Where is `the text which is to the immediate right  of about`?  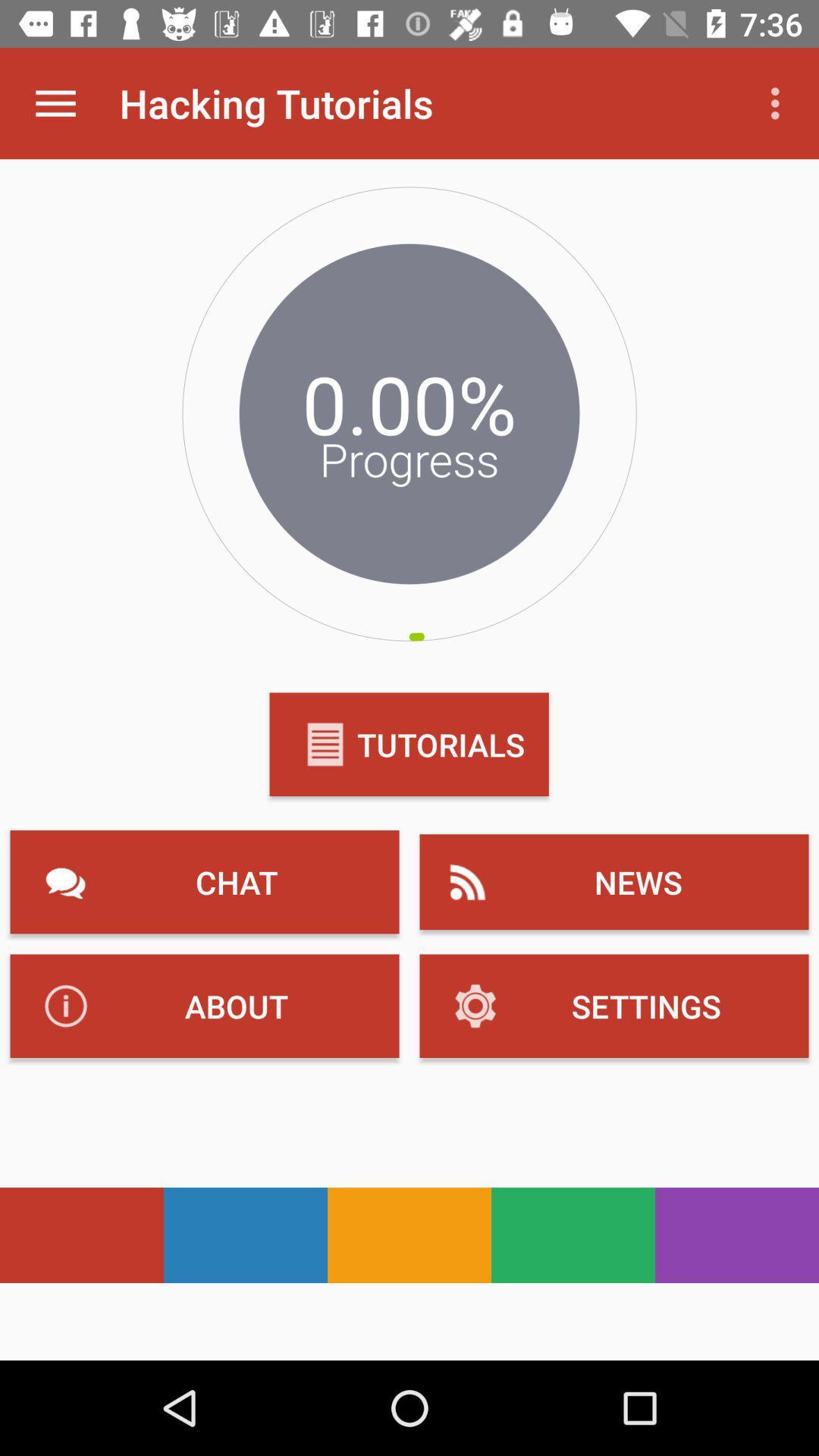 the text which is to the immediate right  of about is located at coordinates (614, 1006).